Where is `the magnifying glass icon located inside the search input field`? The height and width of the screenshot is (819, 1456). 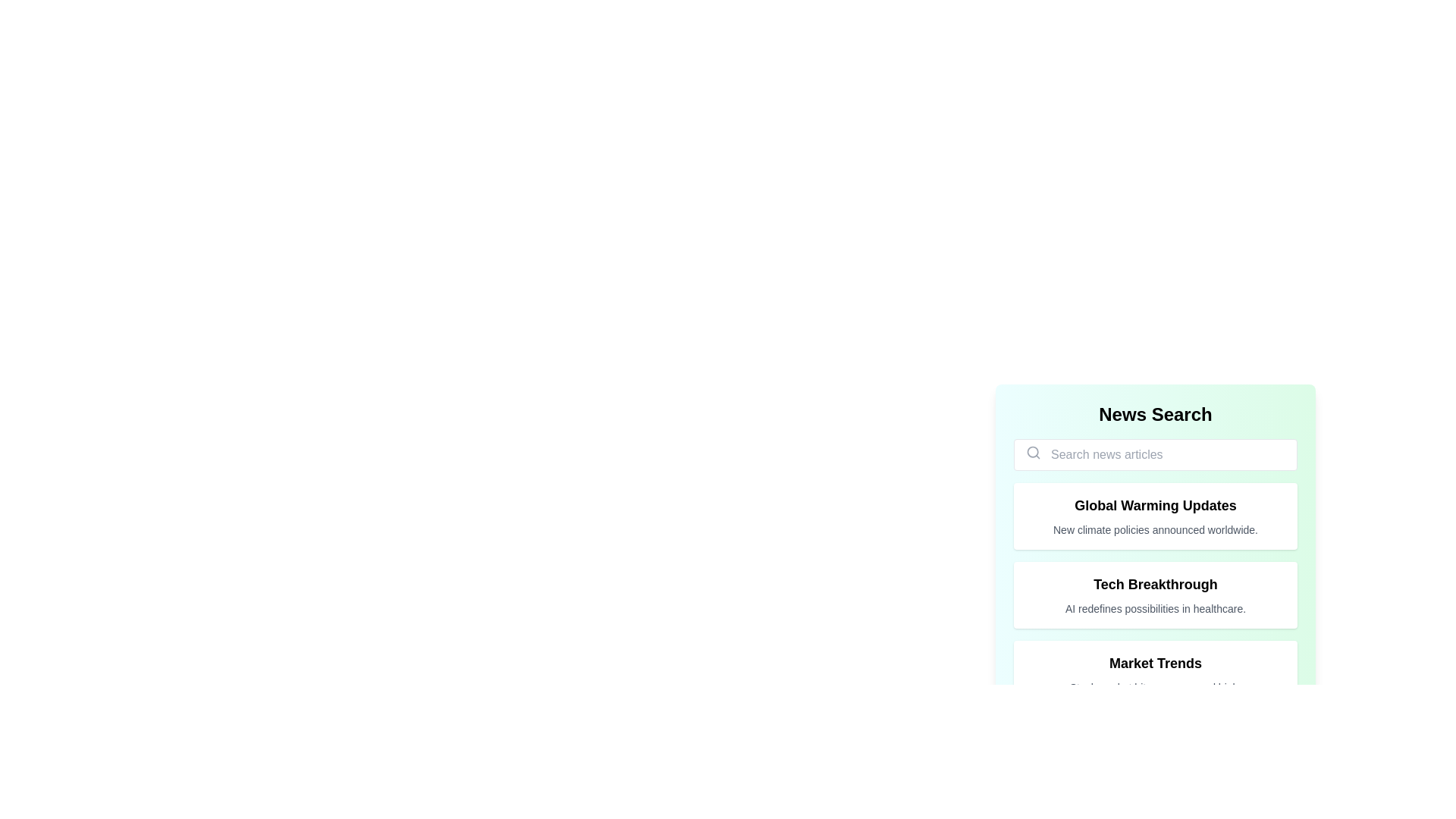
the magnifying glass icon located inside the search input field is located at coordinates (1033, 452).